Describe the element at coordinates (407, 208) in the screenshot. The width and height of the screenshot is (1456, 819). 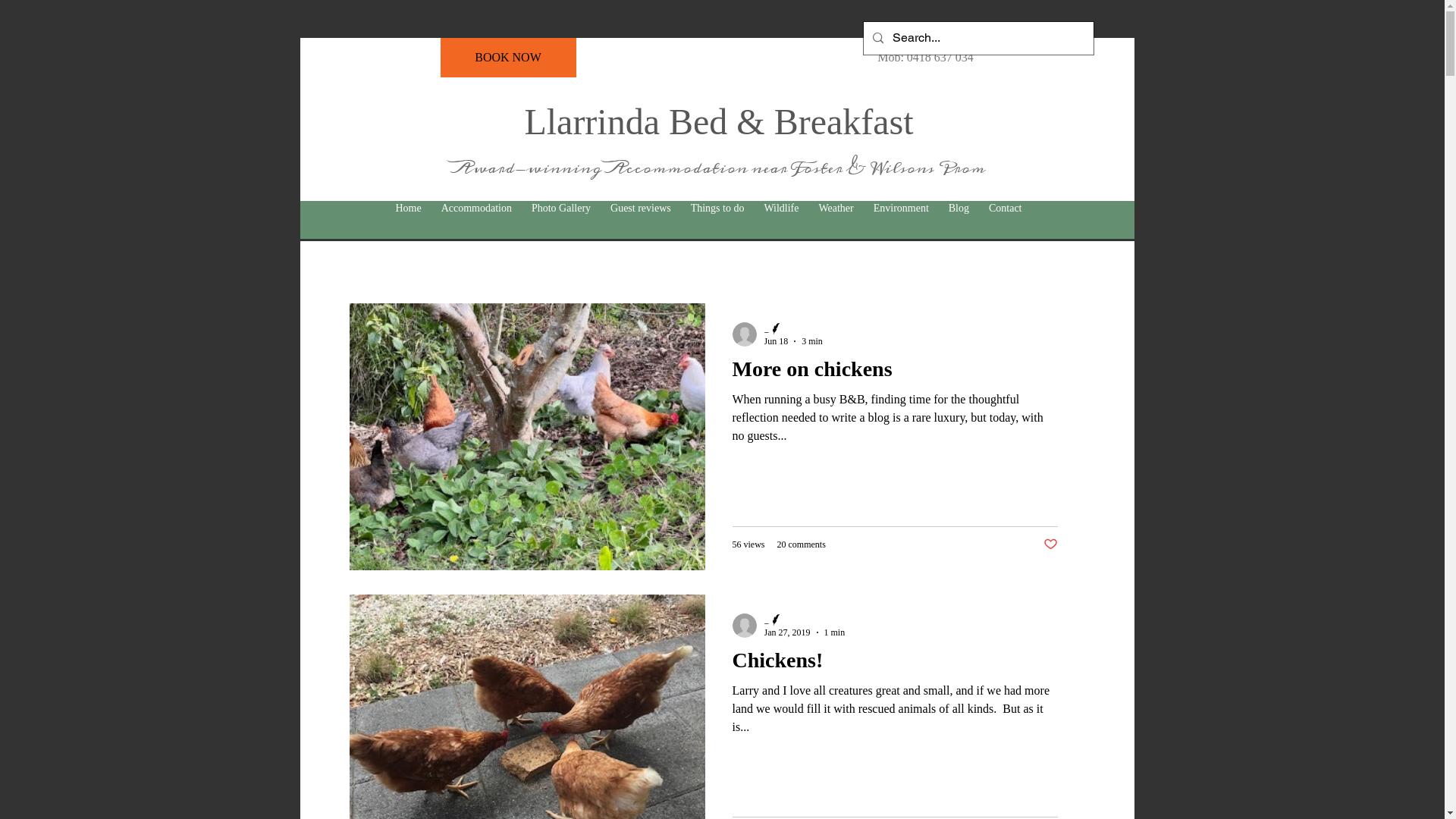
I see `'Home'` at that location.